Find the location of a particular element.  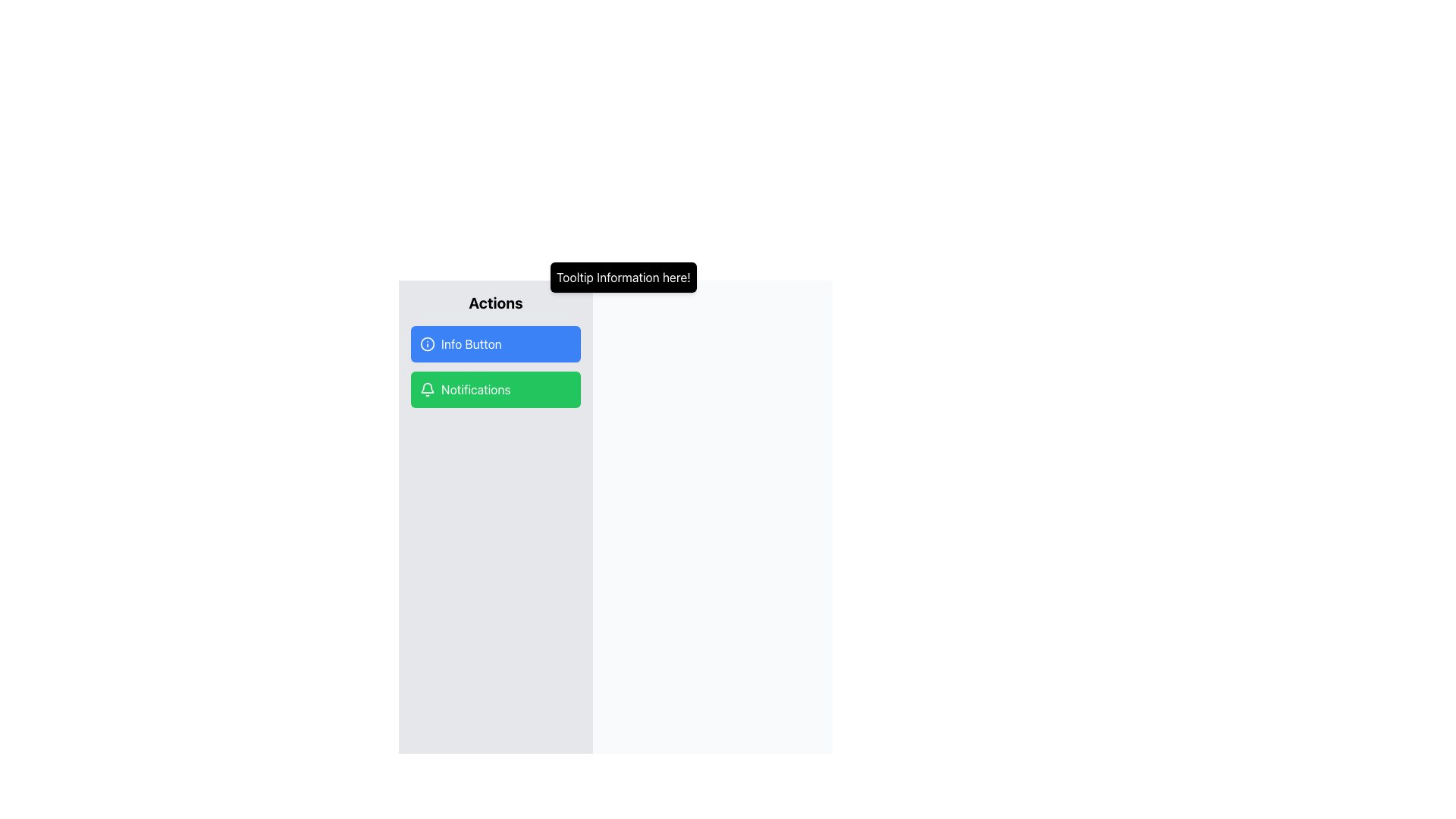

the bell icon located within the green 'Notifications' button is located at coordinates (427, 387).